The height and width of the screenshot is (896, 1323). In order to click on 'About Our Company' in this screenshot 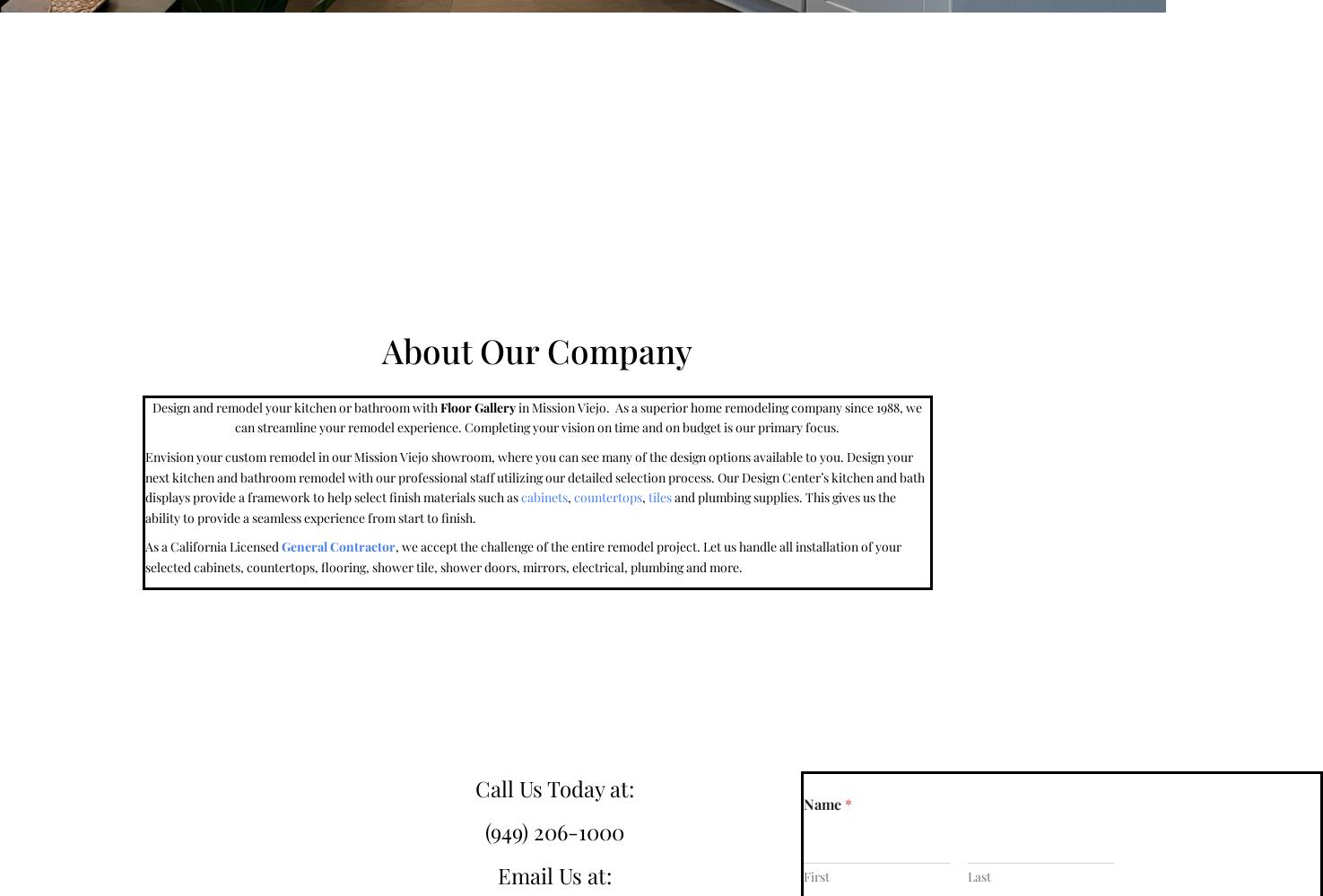, I will do `click(535, 348)`.